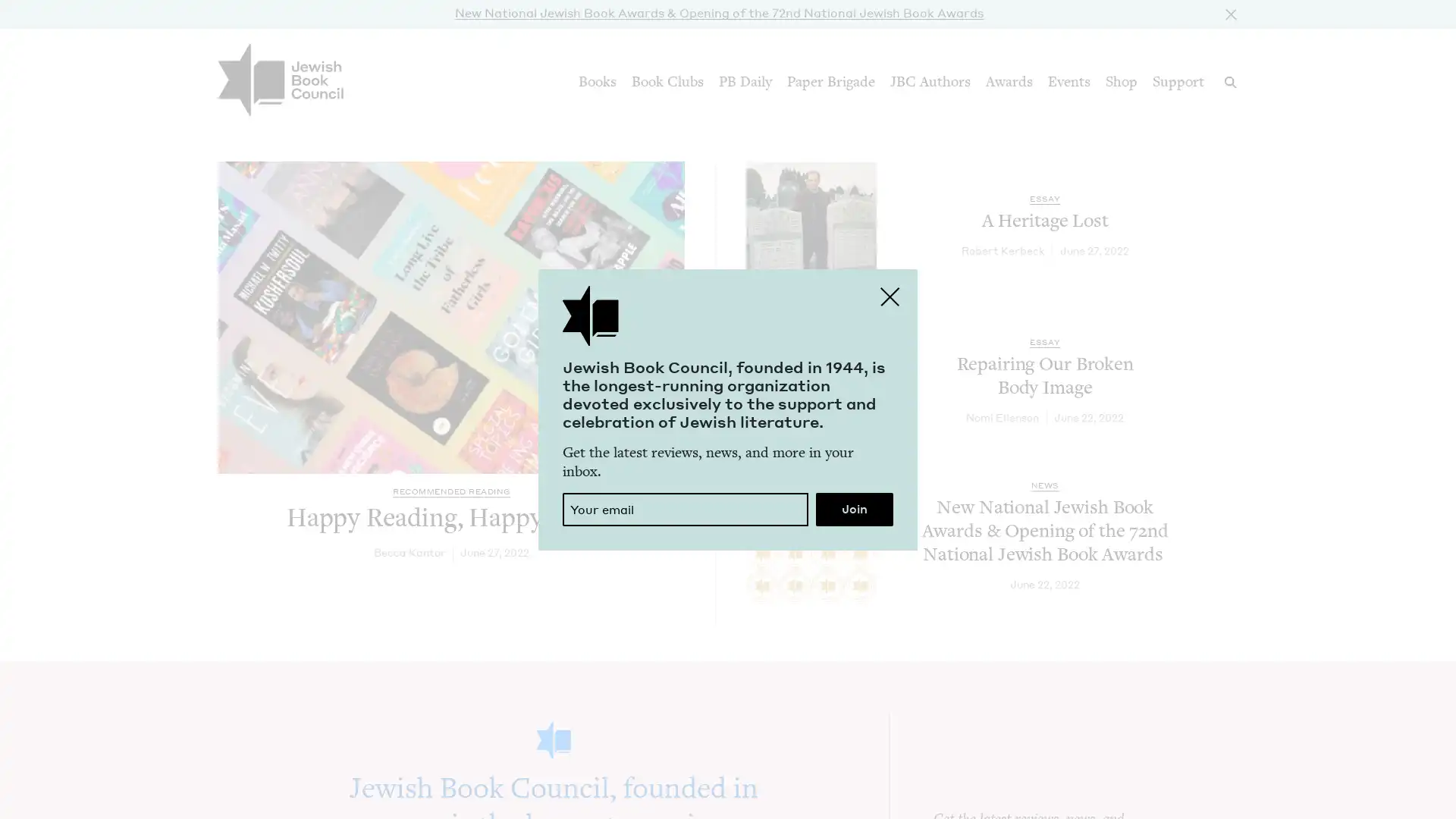 Image resolution: width=1456 pixels, height=819 pixels. What do you see at coordinates (890, 295) in the screenshot?
I see `Close` at bounding box center [890, 295].